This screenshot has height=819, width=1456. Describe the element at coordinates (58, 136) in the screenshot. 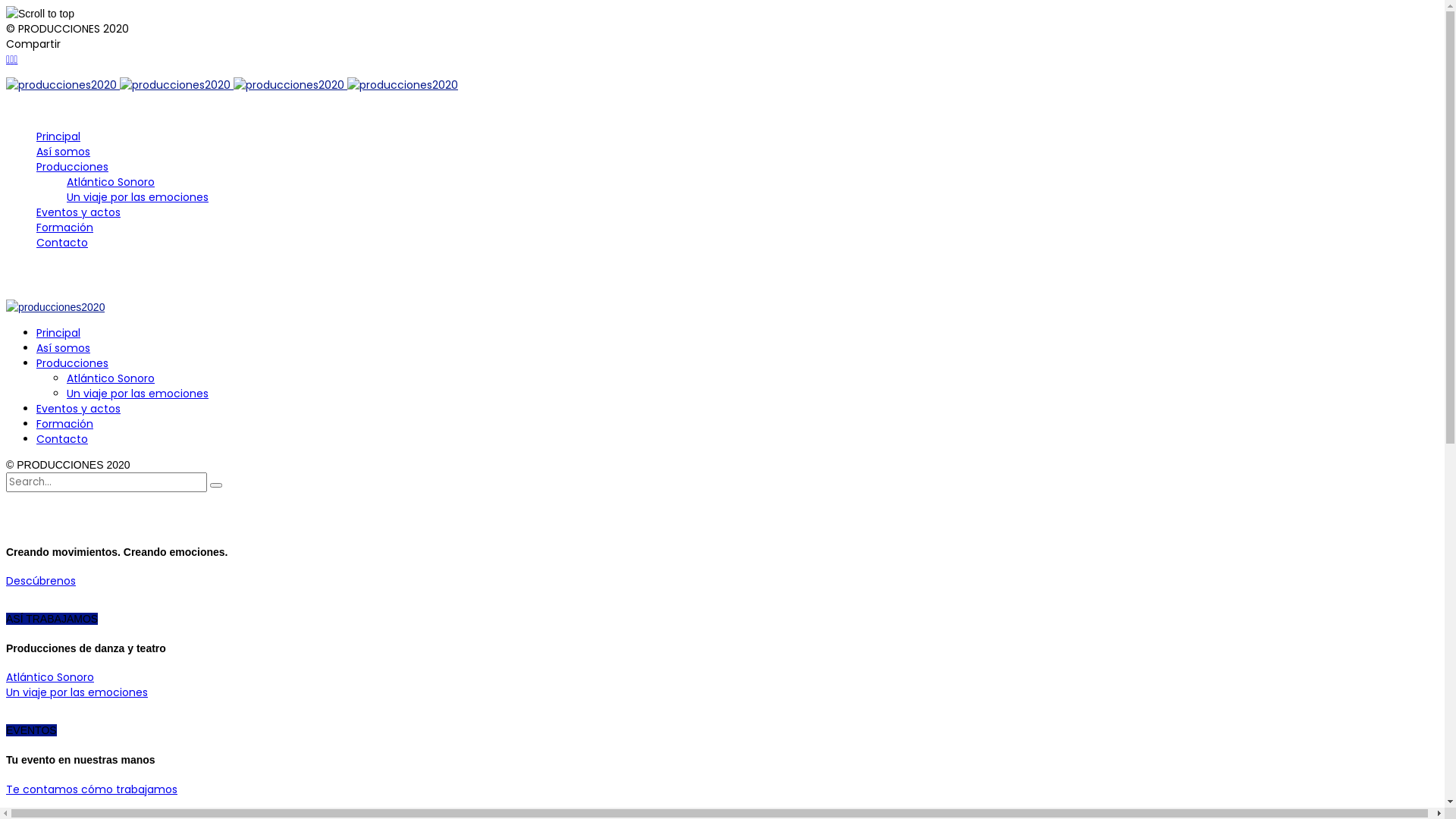

I see `'Principal'` at that location.